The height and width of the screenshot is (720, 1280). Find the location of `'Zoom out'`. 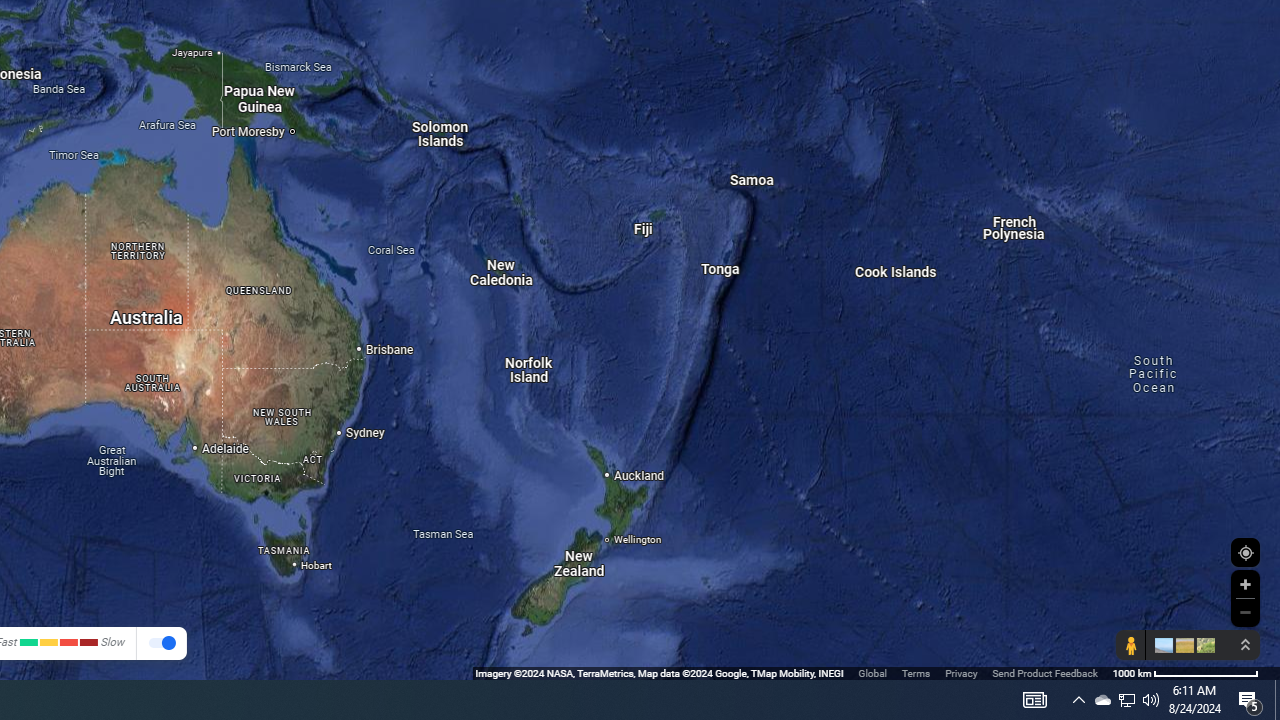

'Zoom out' is located at coordinates (1244, 611).